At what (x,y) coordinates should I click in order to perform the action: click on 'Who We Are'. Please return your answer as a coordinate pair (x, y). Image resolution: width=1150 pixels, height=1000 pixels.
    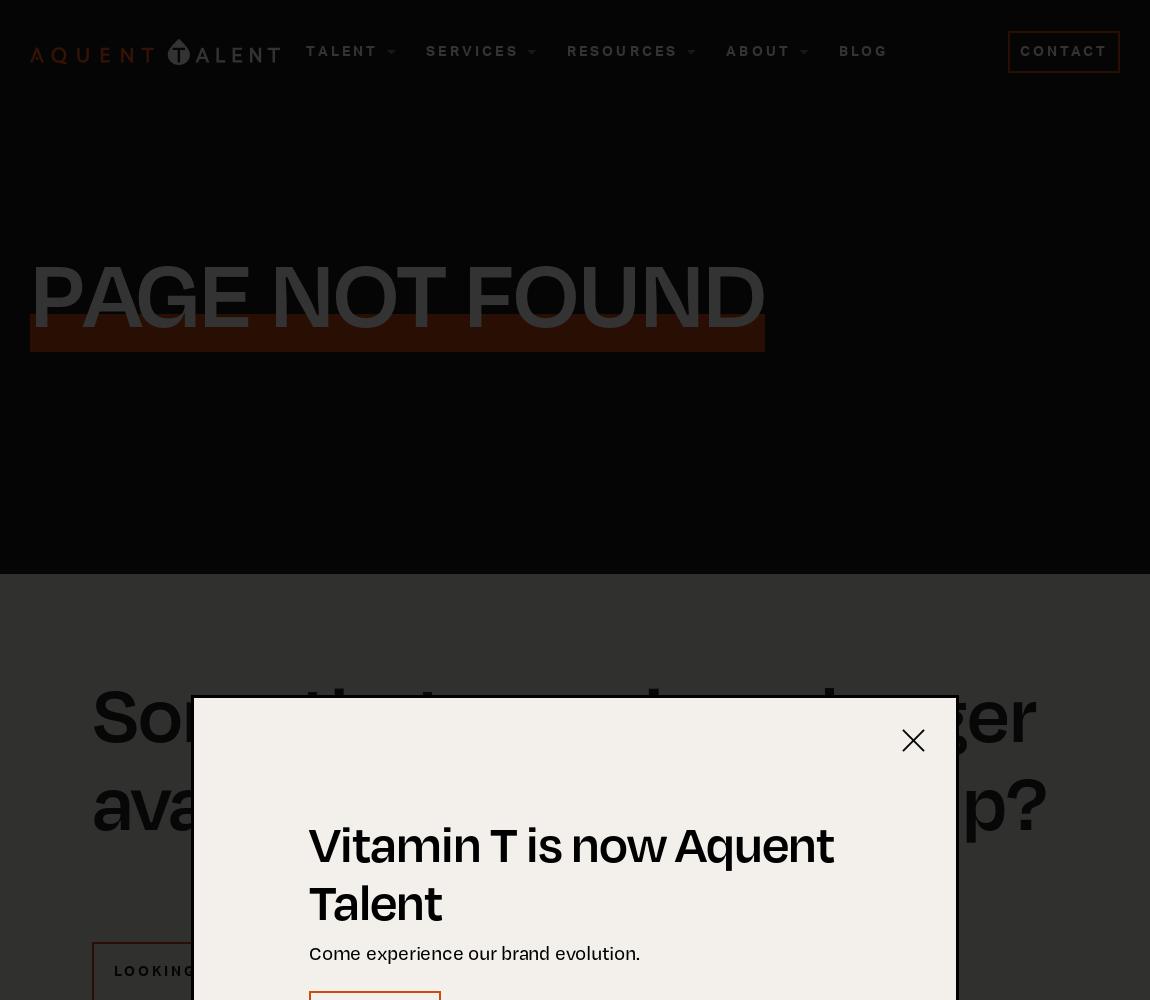
    Looking at the image, I should click on (772, 147).